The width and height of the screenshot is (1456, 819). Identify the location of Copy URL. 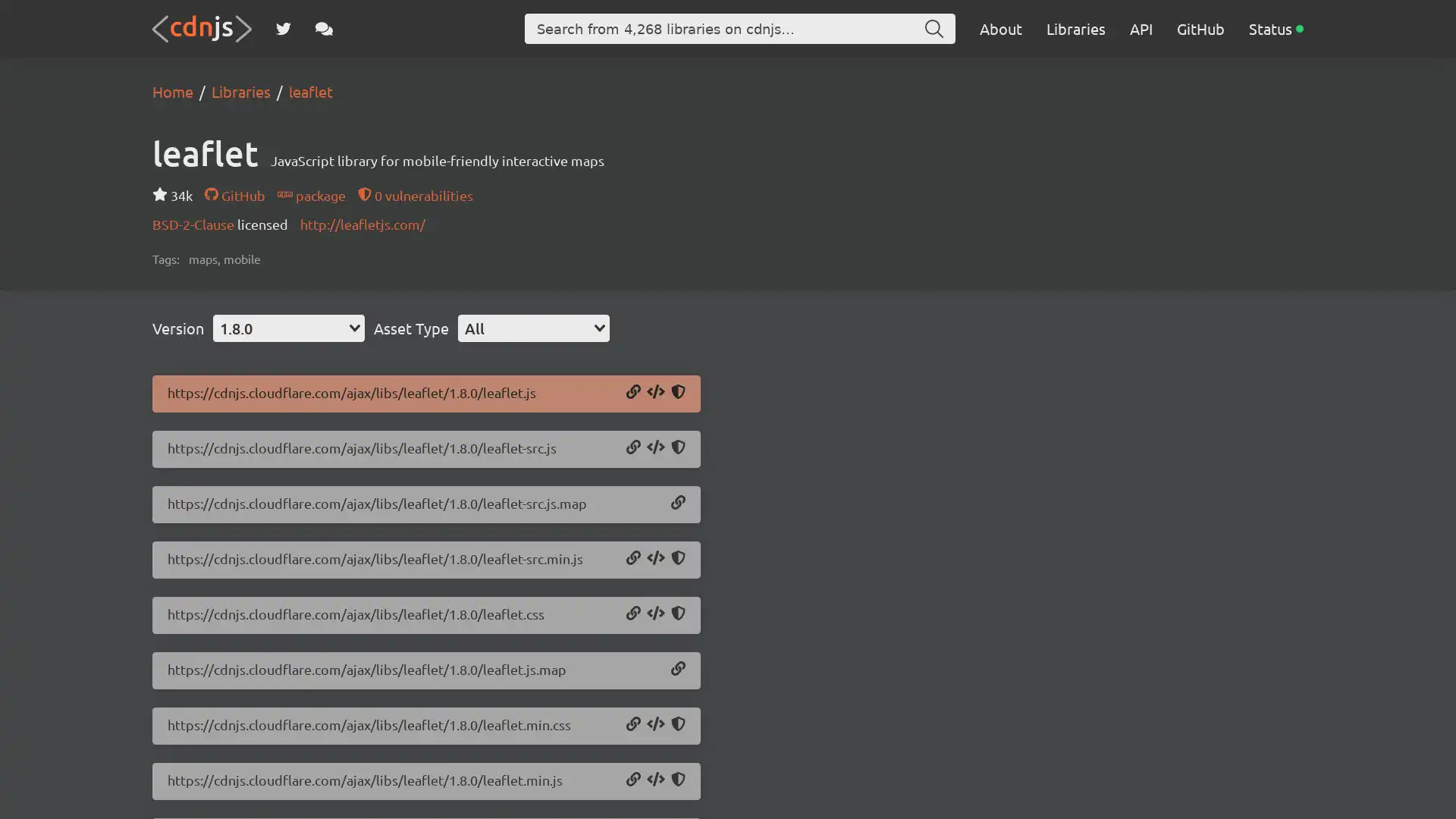
(633, 559).